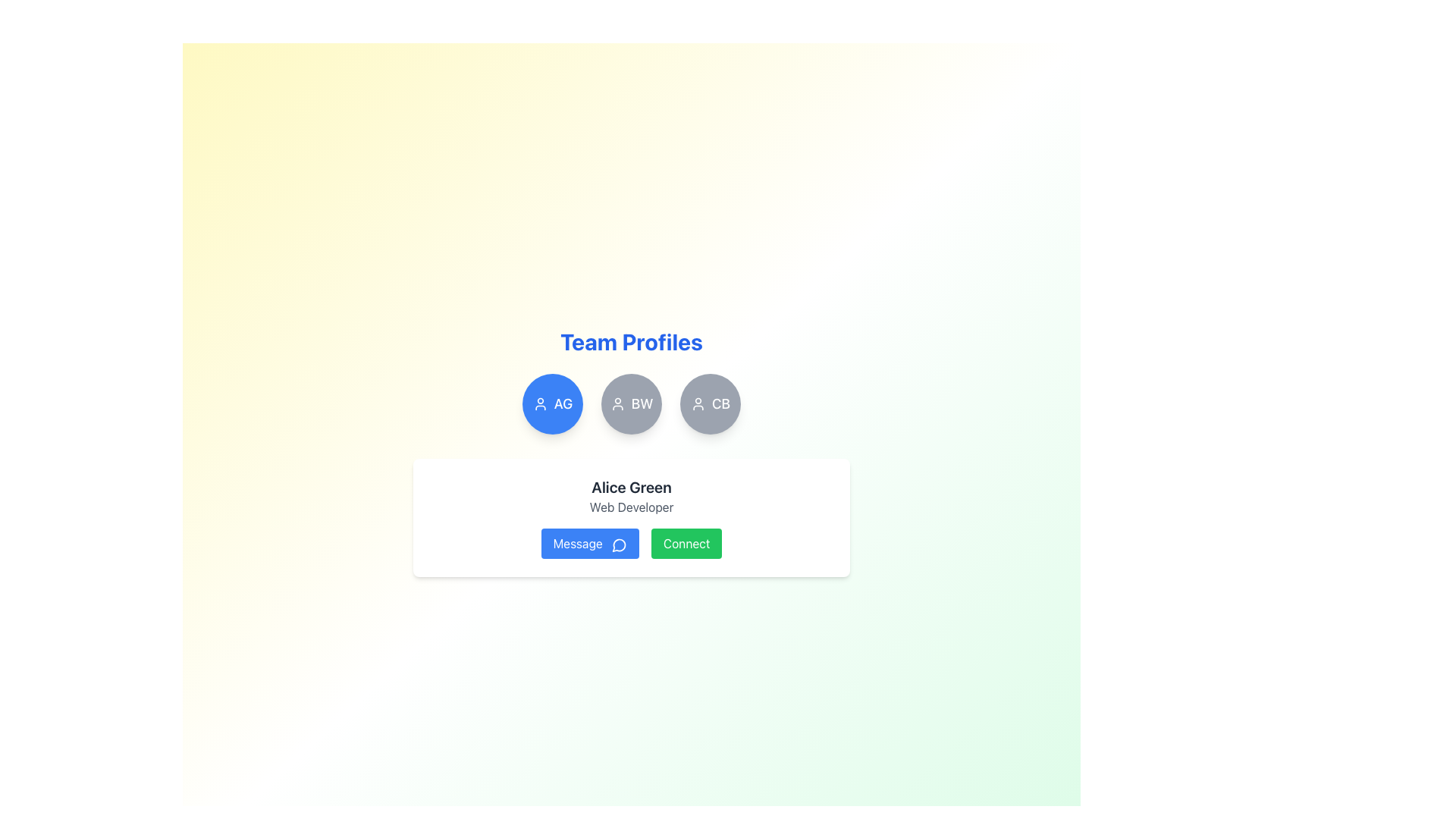  What do you see at coordinates (632, 403) in the screenshot?
I see `the circular button labeled 'BW' with a gray background and user profile icon, which is the middle button in the row below 'Team Profiles'` at bounding box center [632, 403].